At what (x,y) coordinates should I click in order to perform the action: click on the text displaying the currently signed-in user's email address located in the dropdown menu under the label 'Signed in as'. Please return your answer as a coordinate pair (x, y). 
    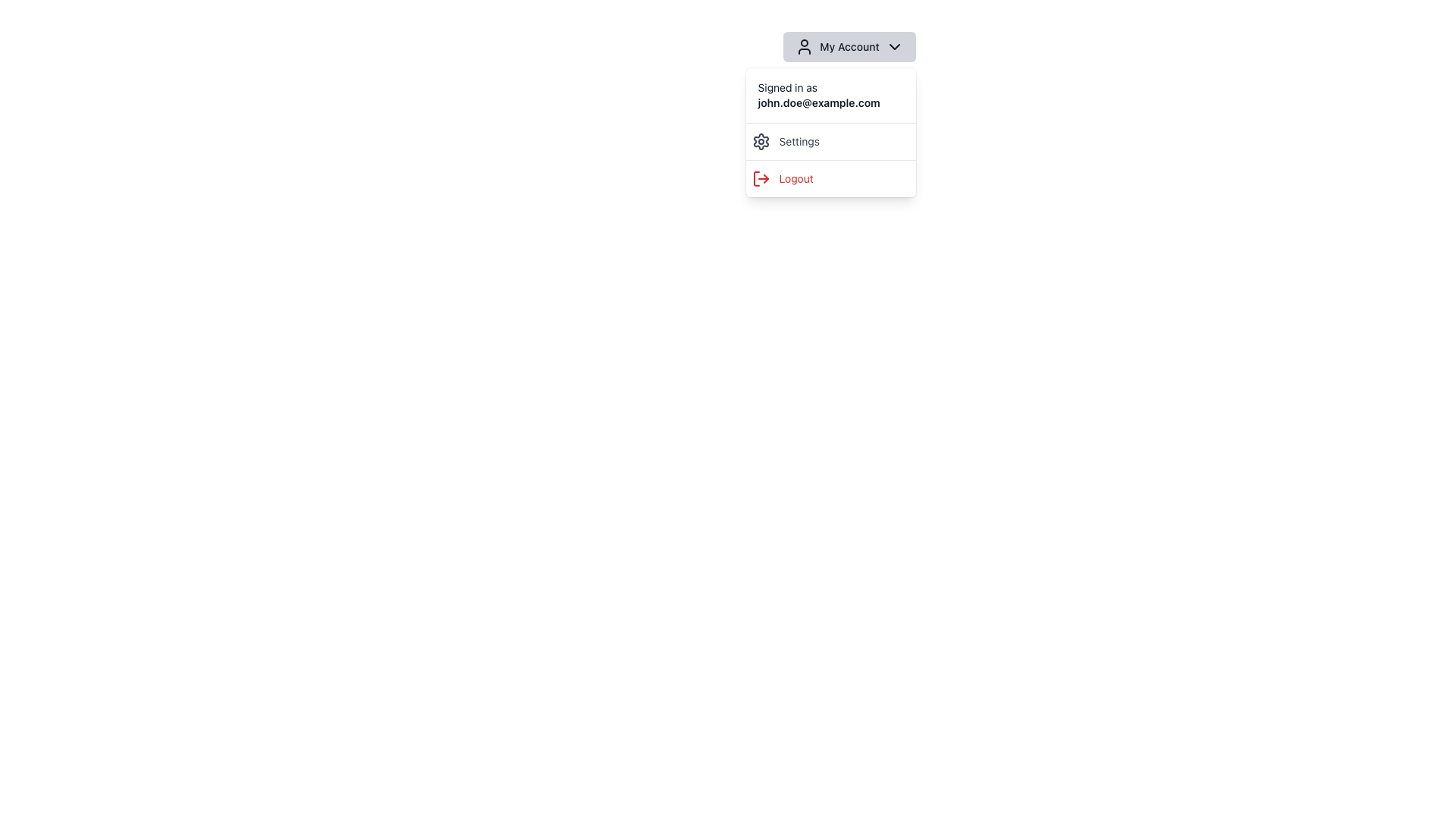
    Looking at the image, I should click on (830, 102).